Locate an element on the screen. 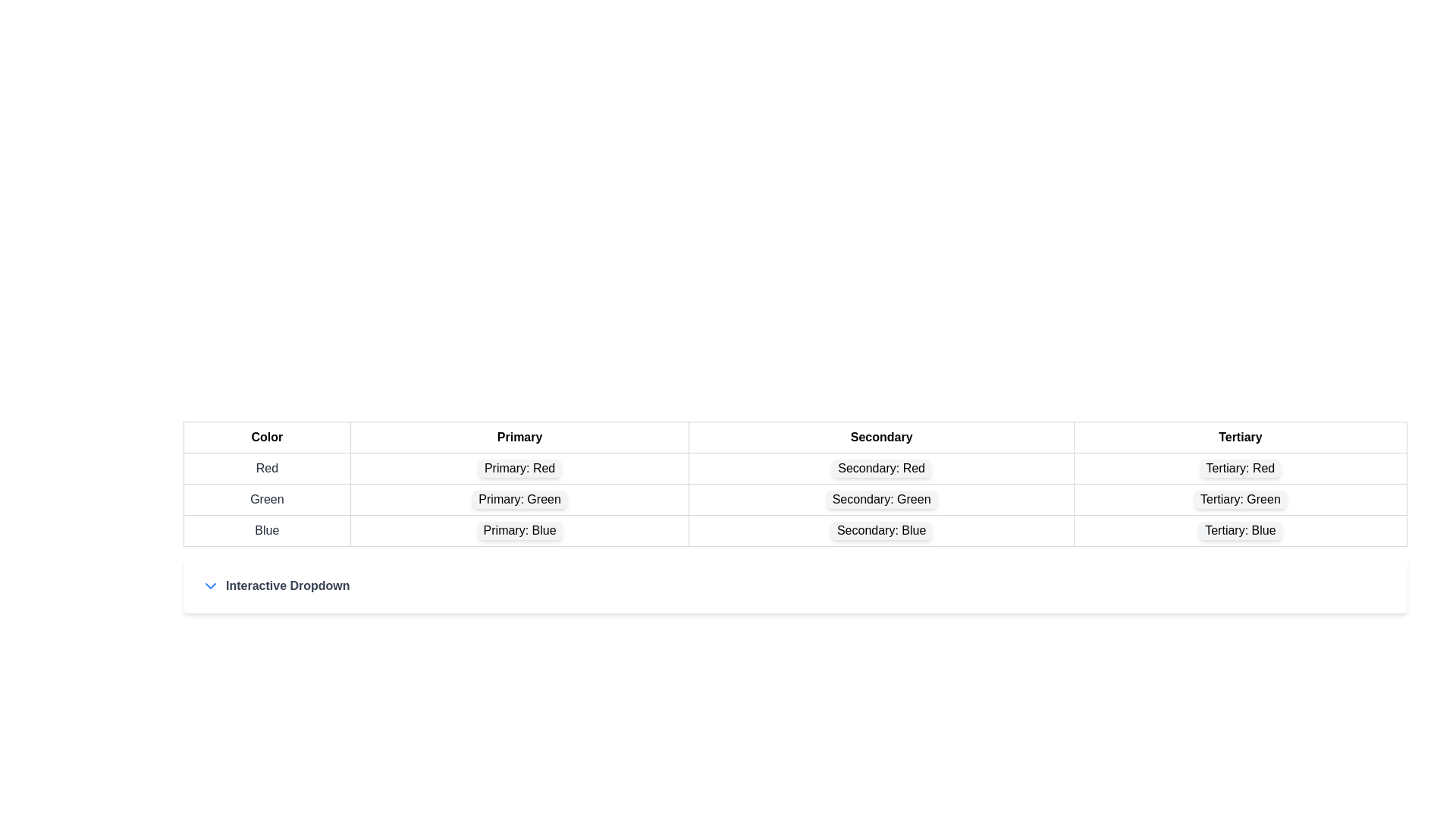 Image resolution: width=1456 pixels, height=819 pixels. the Table Header that categorizes the data as 'Color', which is positioned in the leftmost part of the top row of the table is located at coordinates (267, 438).